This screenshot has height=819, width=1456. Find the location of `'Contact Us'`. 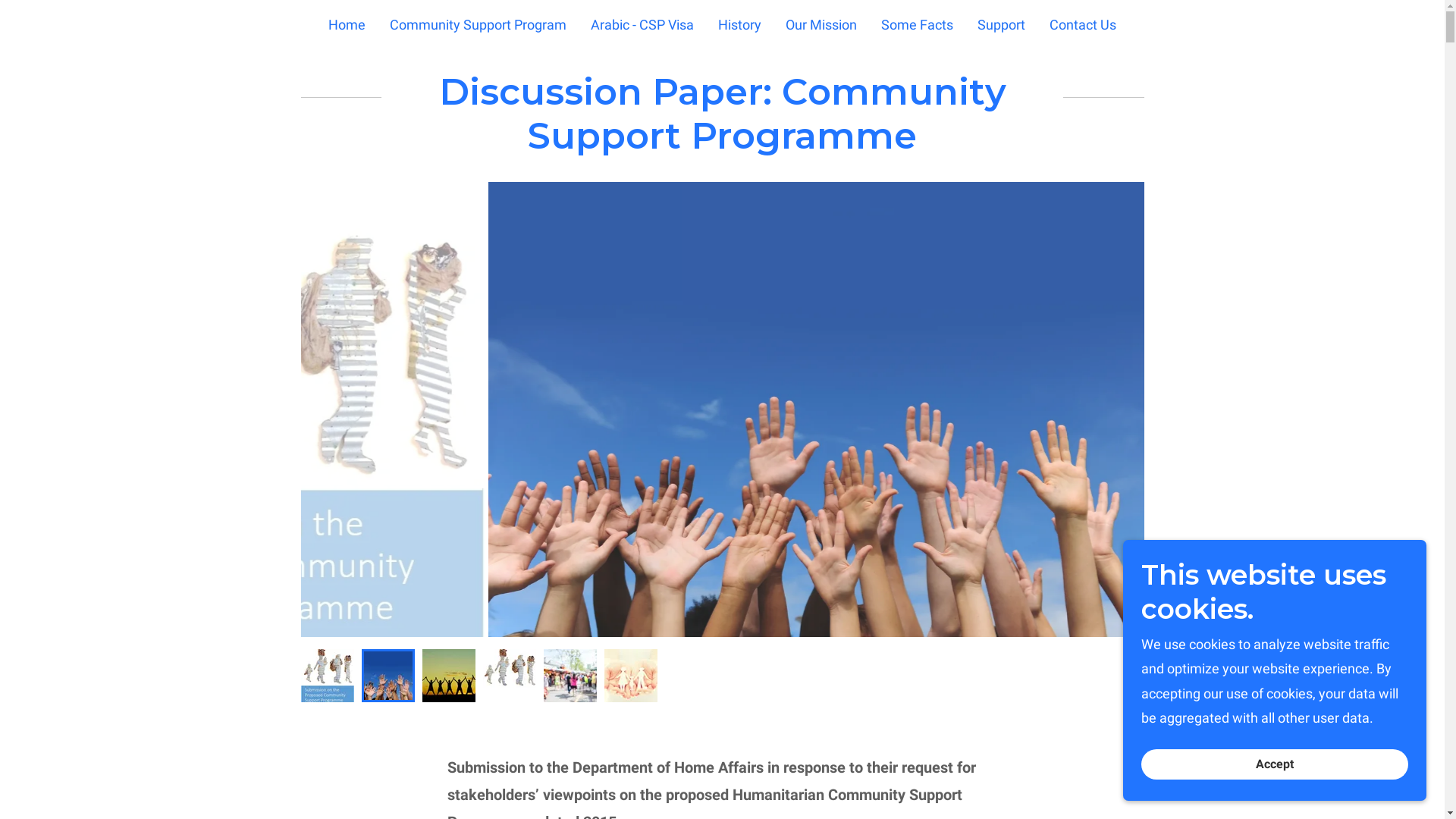

'Contact Us' is located at coordinates (1081, 24).